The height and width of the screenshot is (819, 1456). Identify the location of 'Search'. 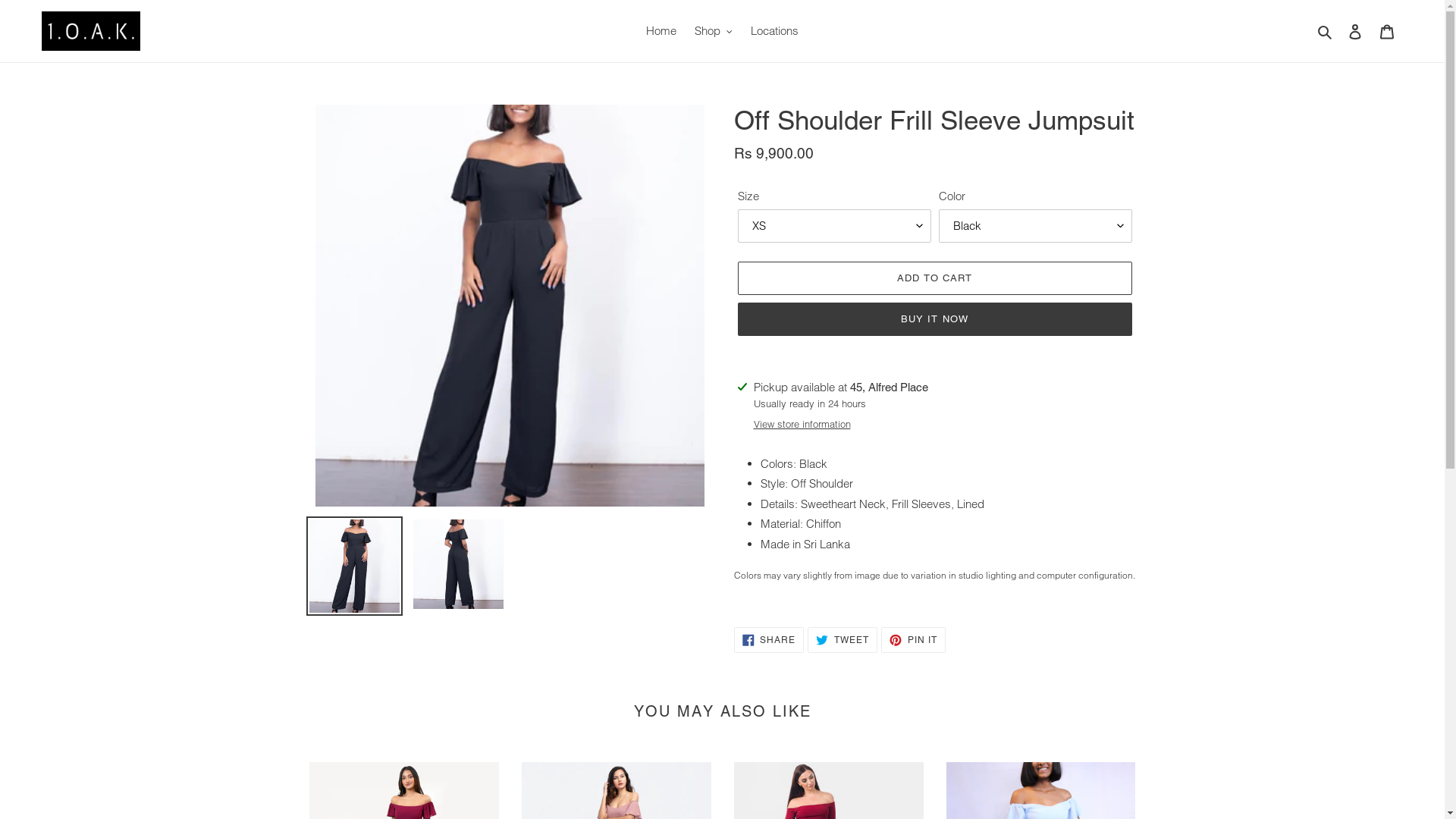
(1325, 31).